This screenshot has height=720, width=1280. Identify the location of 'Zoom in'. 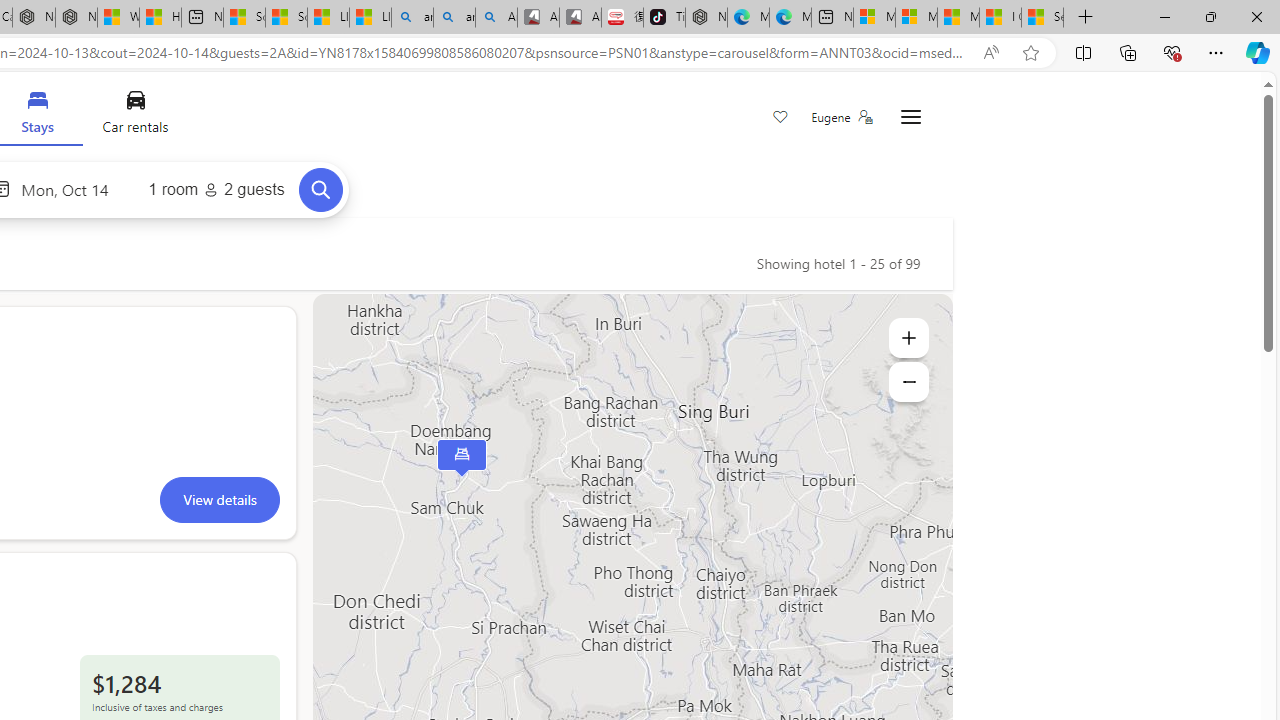
(907, 337).